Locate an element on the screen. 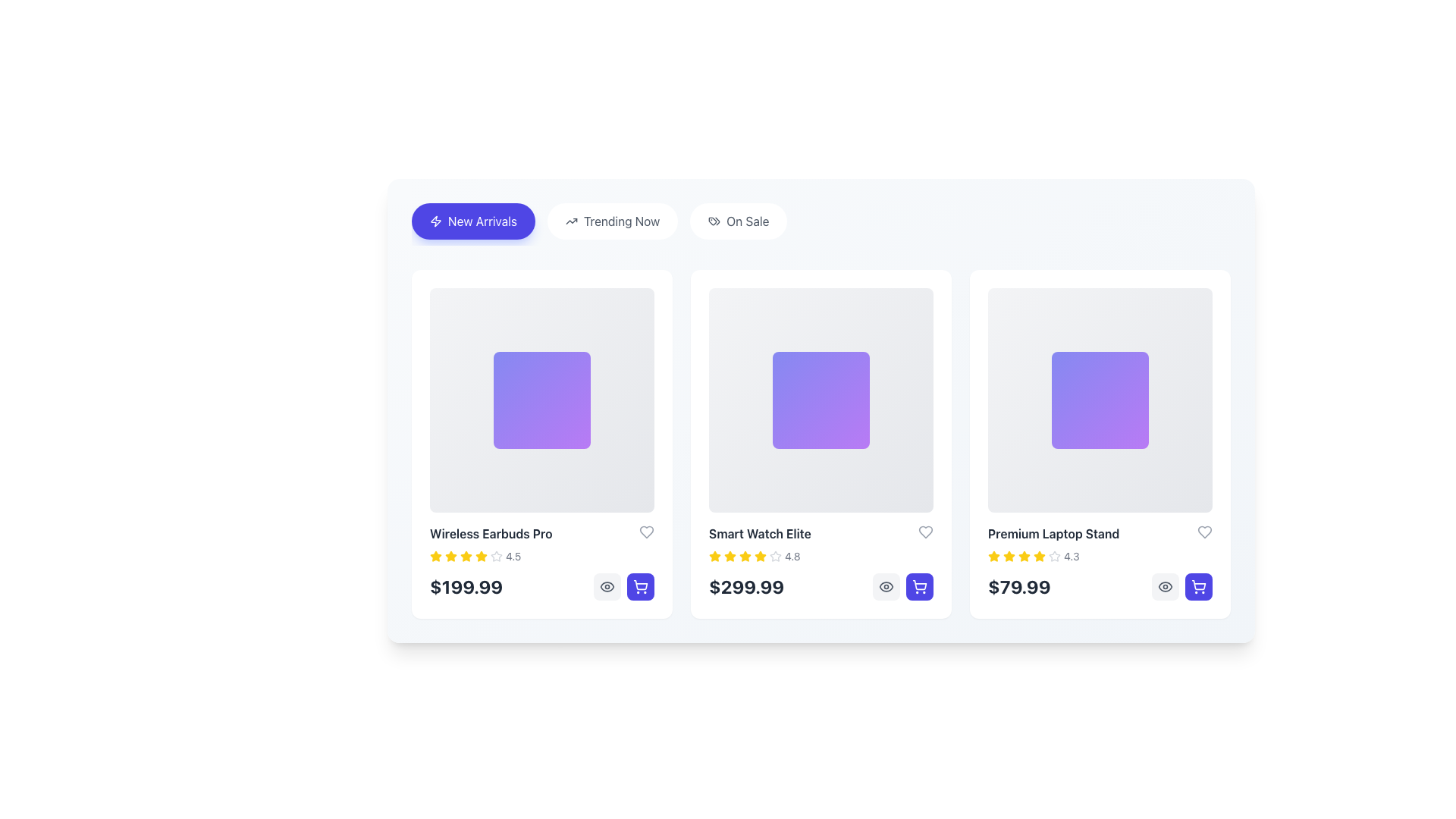 The width and height of the screenshot is (1456, 819). the Rating Indicator of the 'Smart Watch Elite' product is located at coordinates (821, 556).